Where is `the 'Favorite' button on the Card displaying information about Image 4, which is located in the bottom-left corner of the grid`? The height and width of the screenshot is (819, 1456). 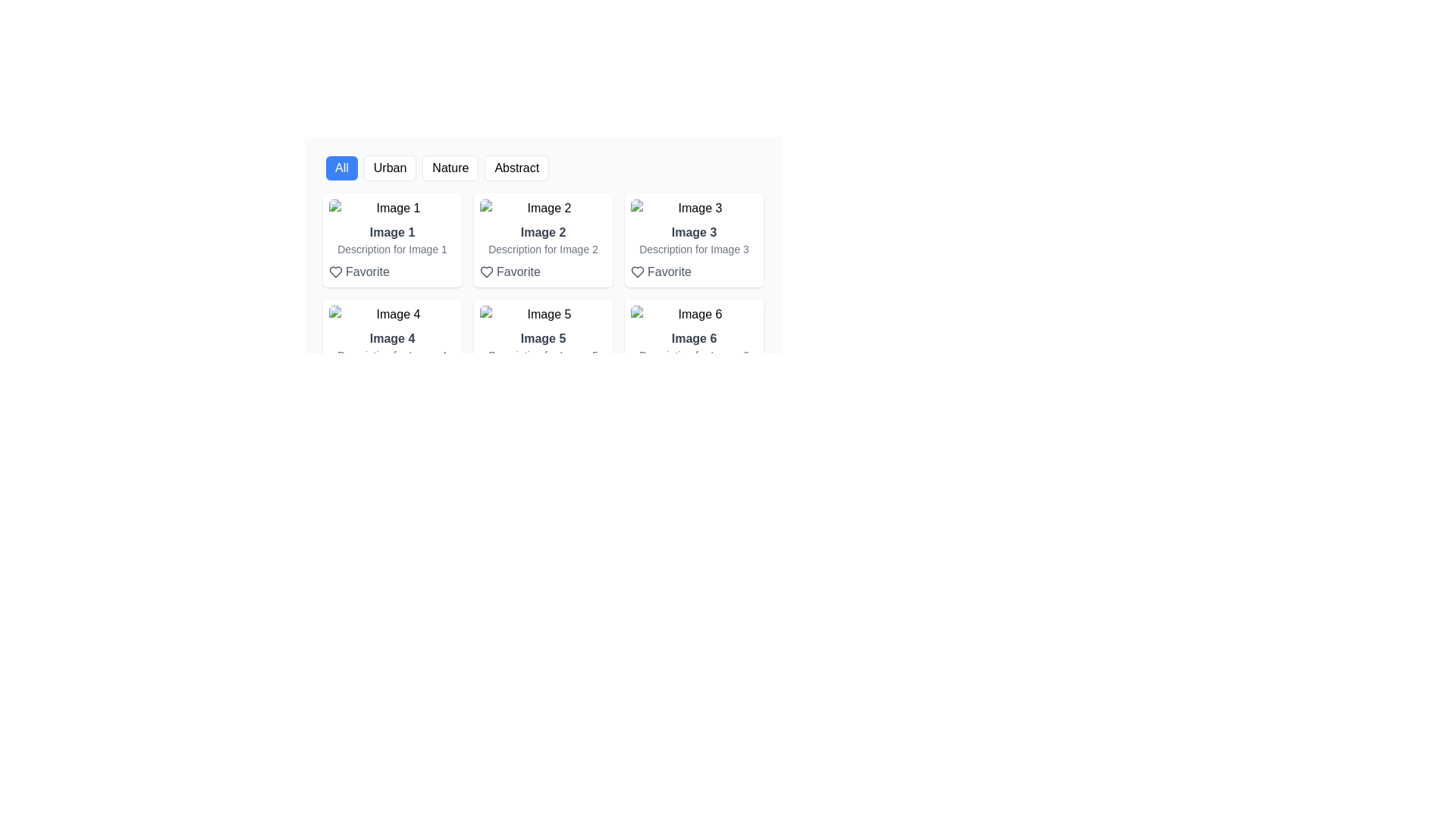 the 'Favorite' button on the Card displaying information about Image 4, which is located in the bottom-left corner of the grid is located at coordinates (392, 359).